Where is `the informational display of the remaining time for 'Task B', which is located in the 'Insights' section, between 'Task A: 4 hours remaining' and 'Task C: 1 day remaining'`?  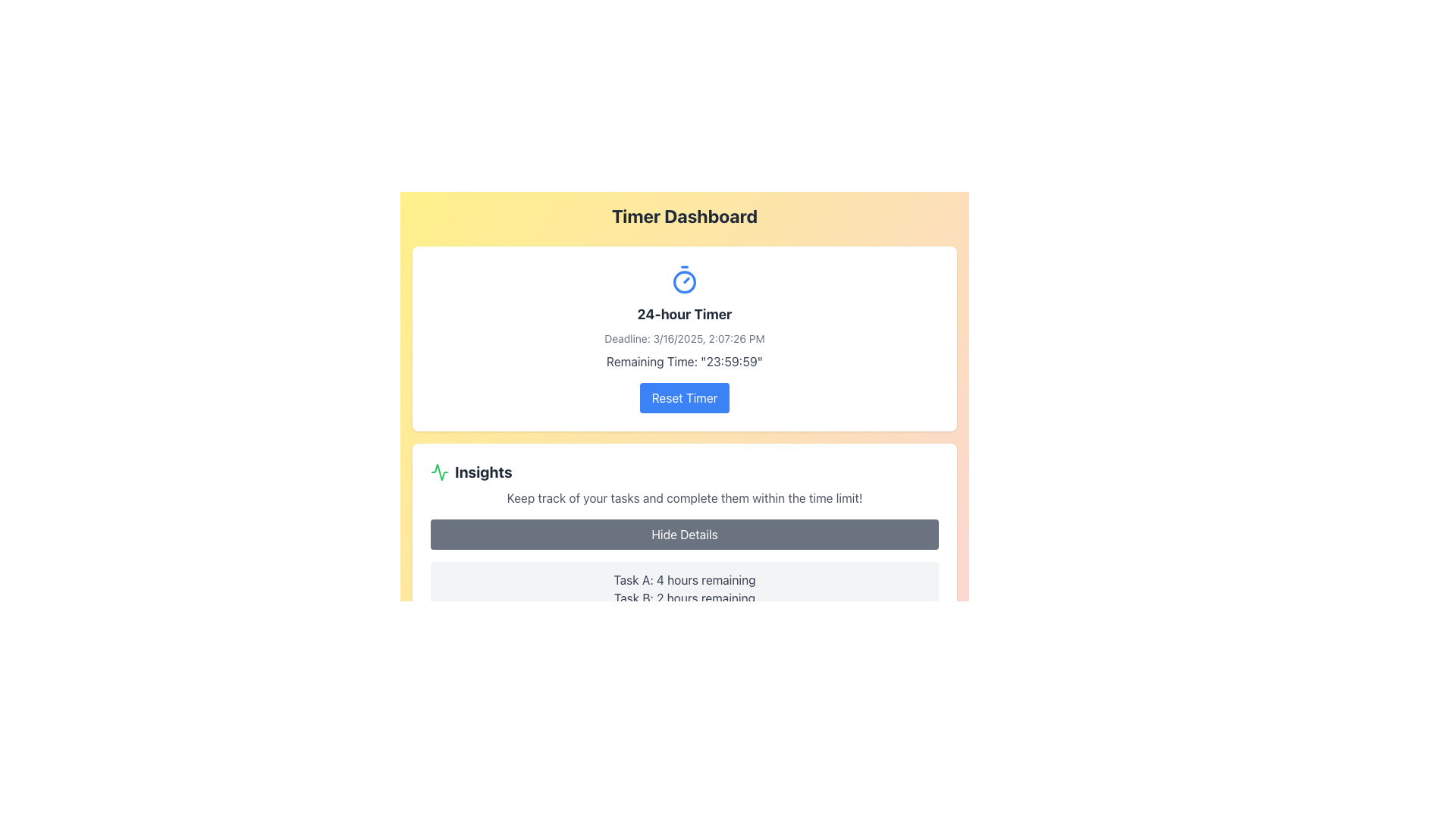
the informational display of the remaining time for 'Task B', which is located in the 'Insights' section, between 'Task A: 4 hours remaining' and 'Task C: 1 day remaining' is located at coordinates (683, 598).